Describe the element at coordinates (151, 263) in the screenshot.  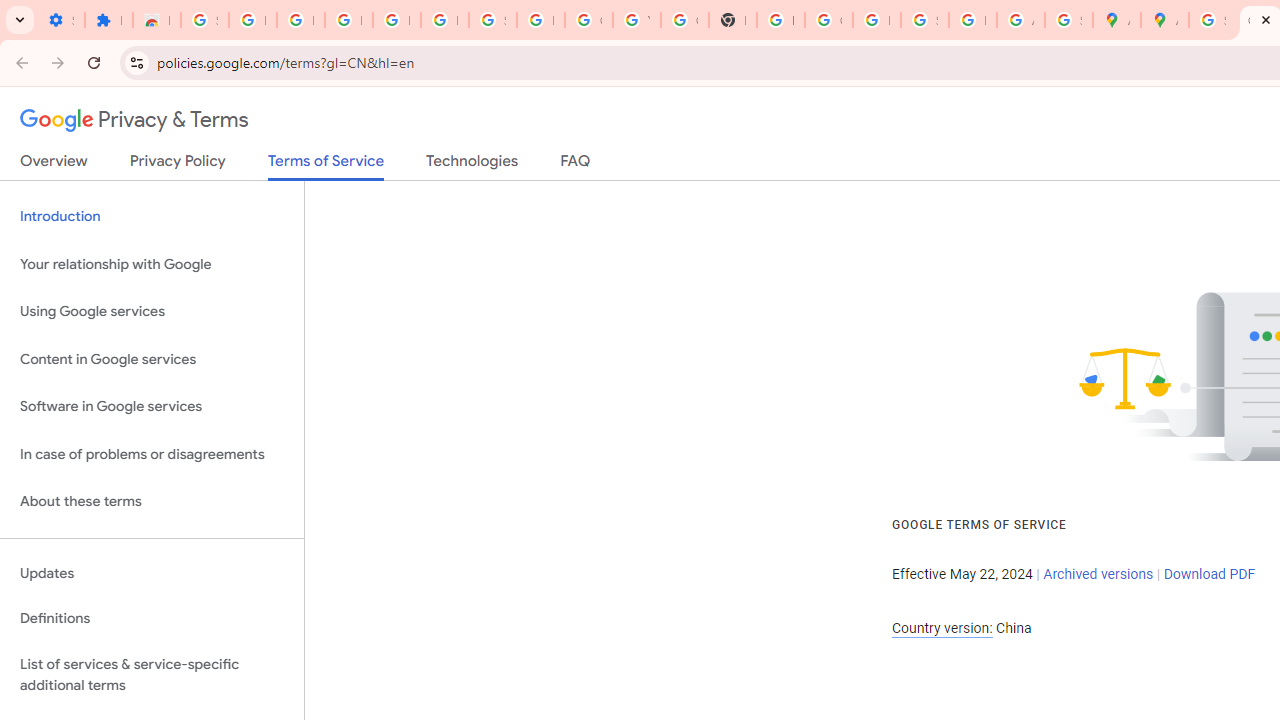
I see `'Your relationship with Google'` at that location.